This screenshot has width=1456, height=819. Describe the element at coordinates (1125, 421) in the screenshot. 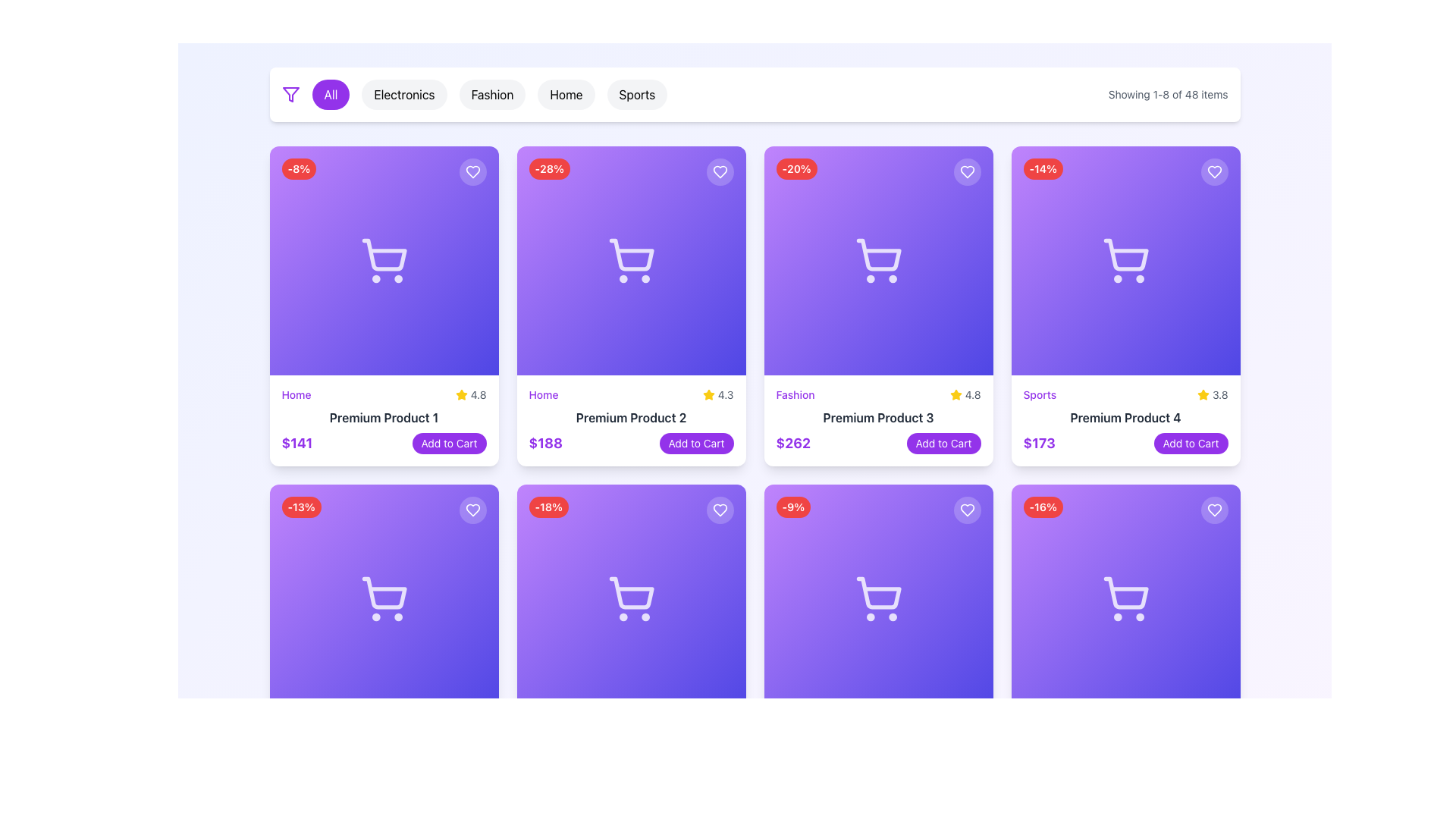

I see `textual information within the product item description and action panel, located at the bottom of the rightmost product card in the top row of the grid layout` at that location.